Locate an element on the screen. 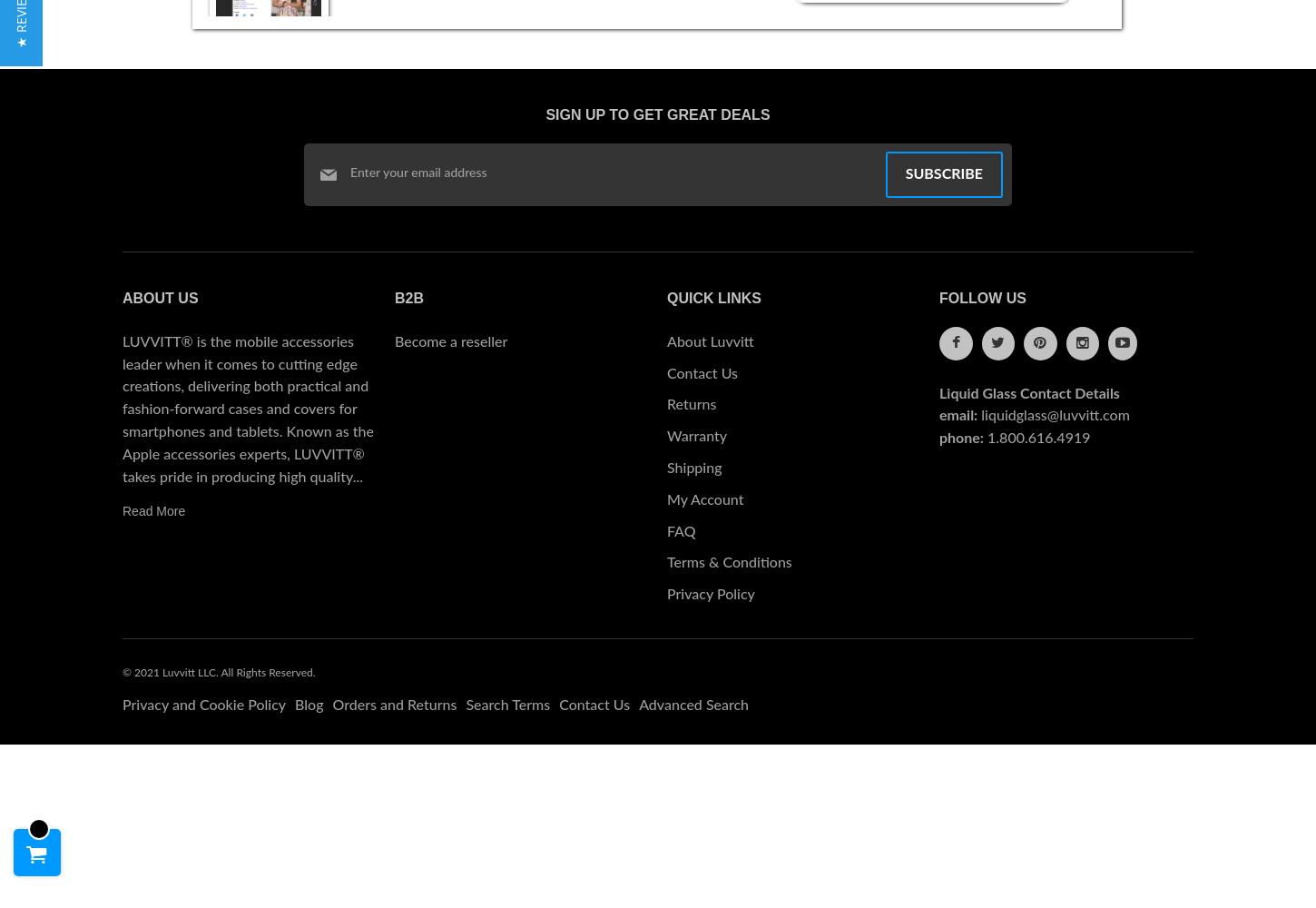  '1.800.616.4919' is located at coordinates (1037, 438).